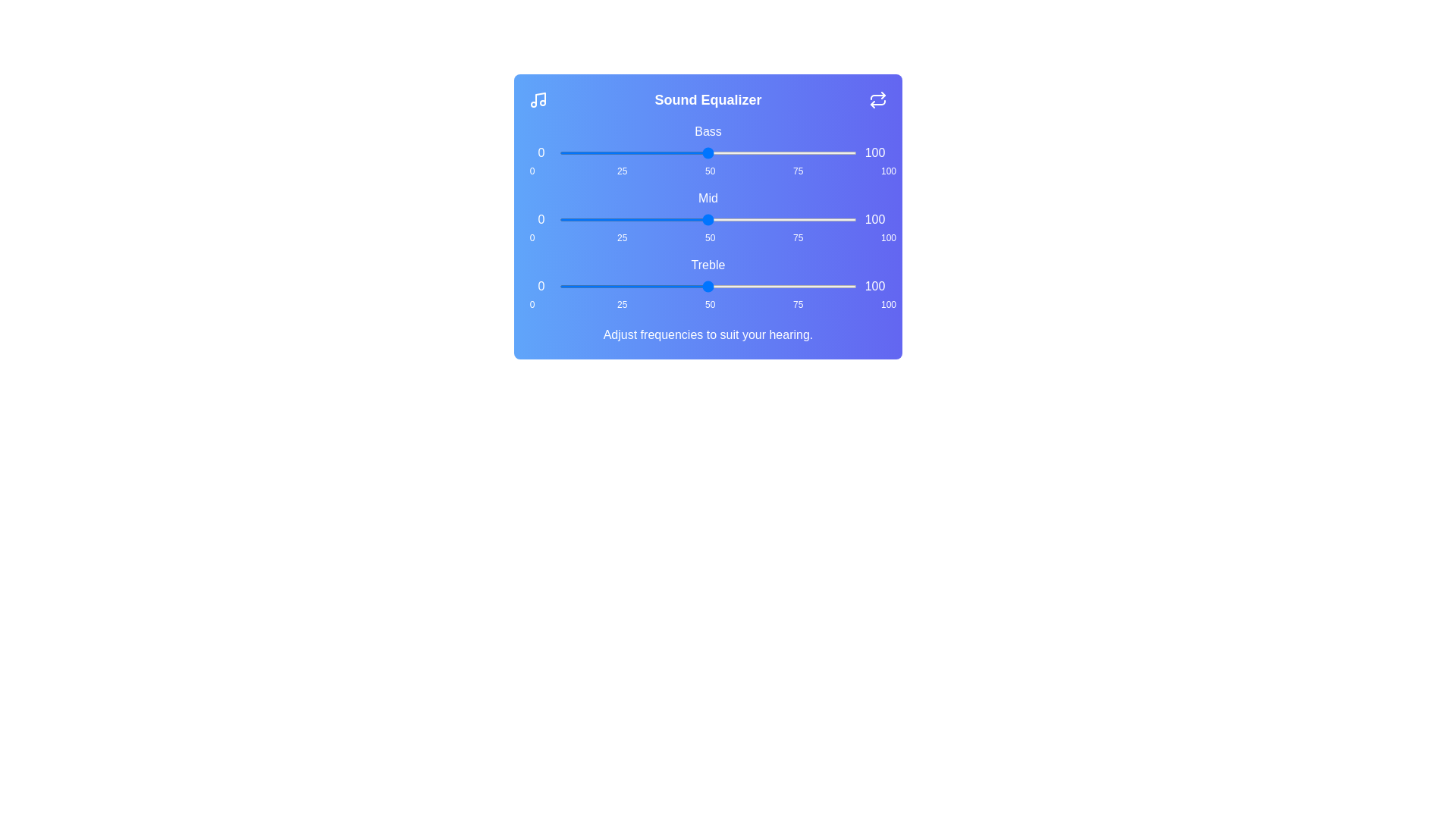  I want to click on the 'mid' slider to 4, so click(570, 219).